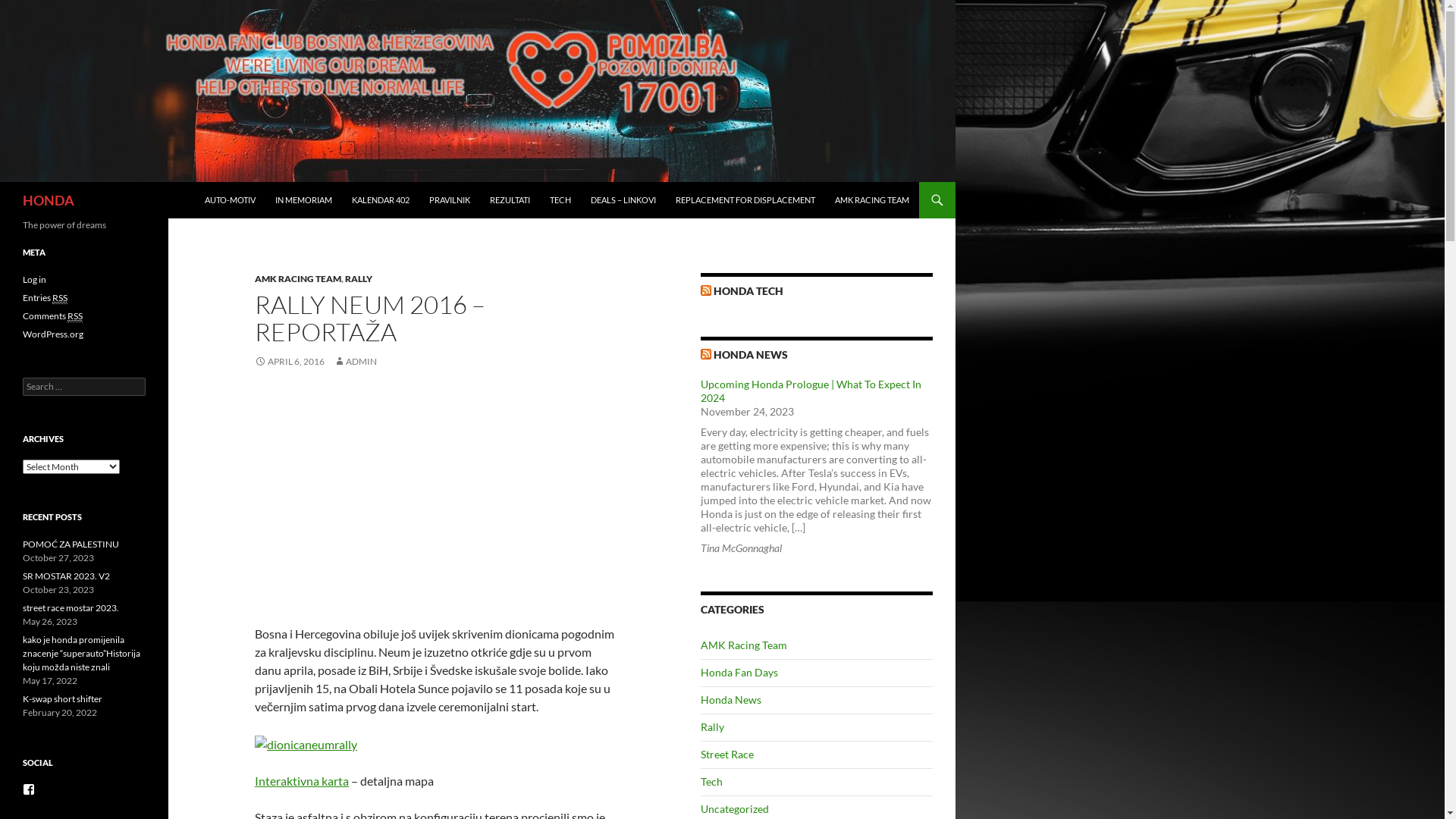  What do you see at coordinates (229, 199) in the screenshot?
I see `'AUTO-MOTIV'` at bounding box center [229, 199].